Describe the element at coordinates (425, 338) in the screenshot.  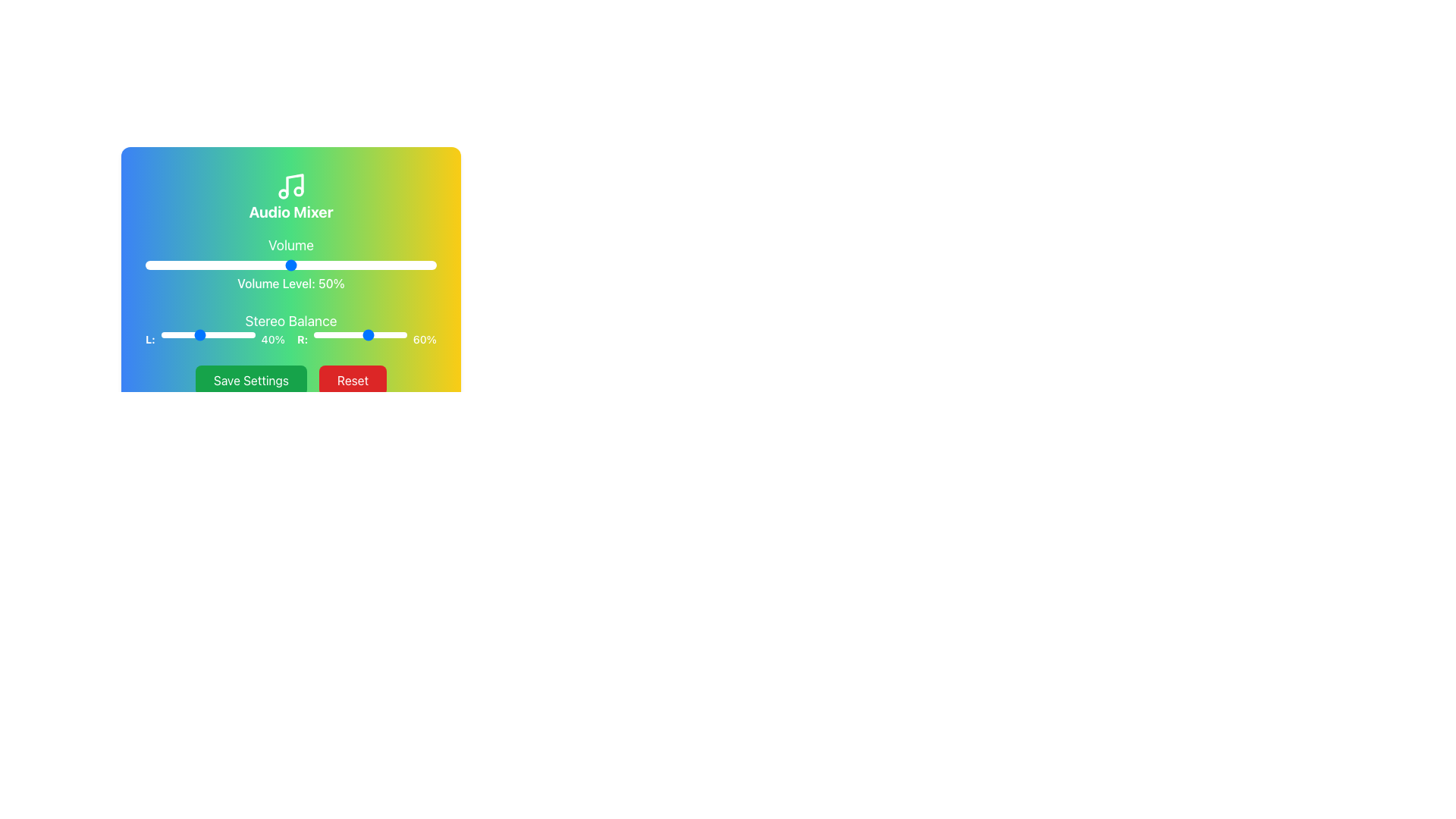
I see `the static text element displaying the current value in percentage for the right channel balance, located in the lower-right section of the interface` at that location.